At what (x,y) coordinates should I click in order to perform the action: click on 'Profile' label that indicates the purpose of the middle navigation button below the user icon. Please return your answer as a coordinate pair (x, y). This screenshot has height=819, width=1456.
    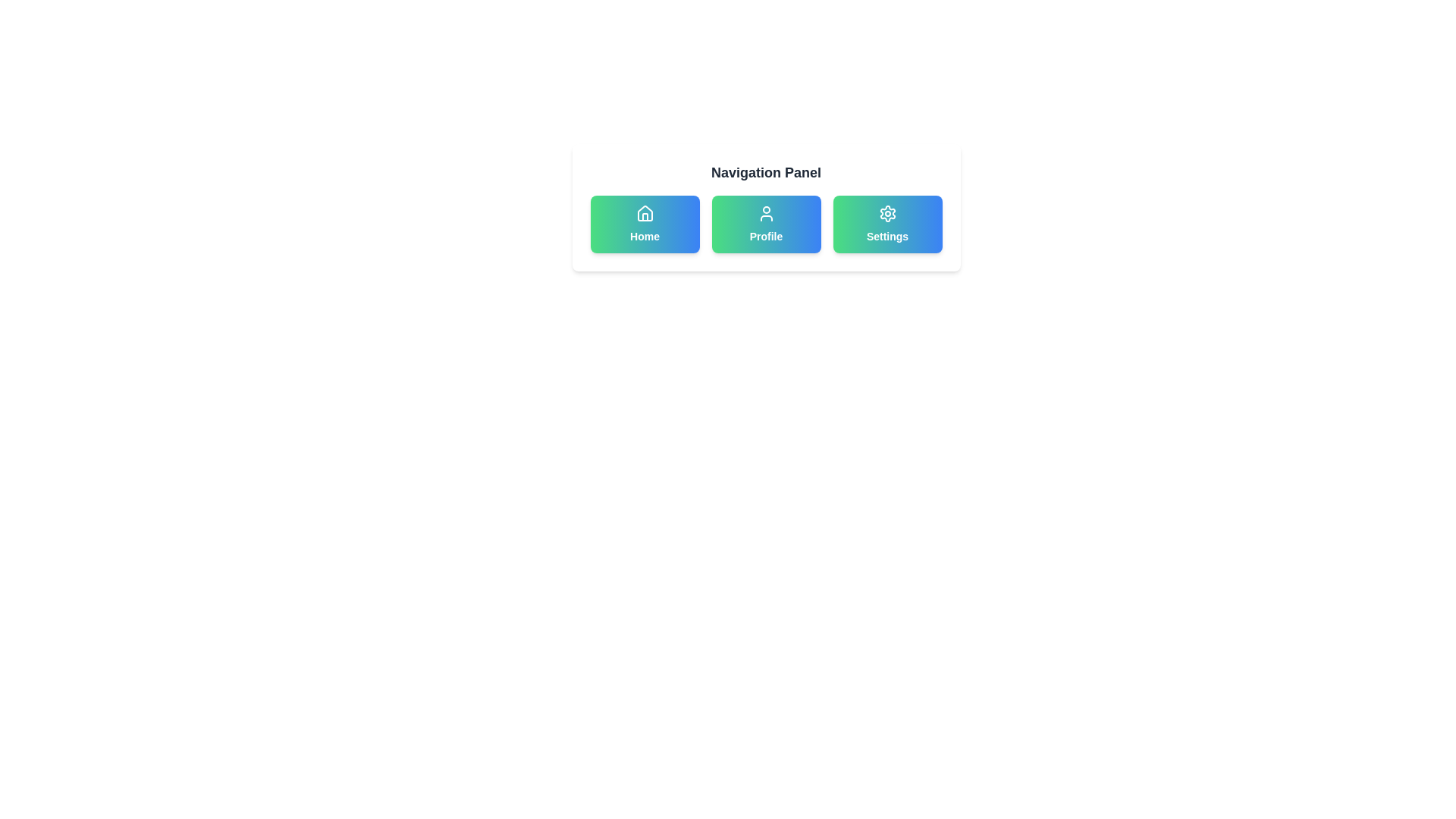
    Looking at the image, I should click on (766, 237).